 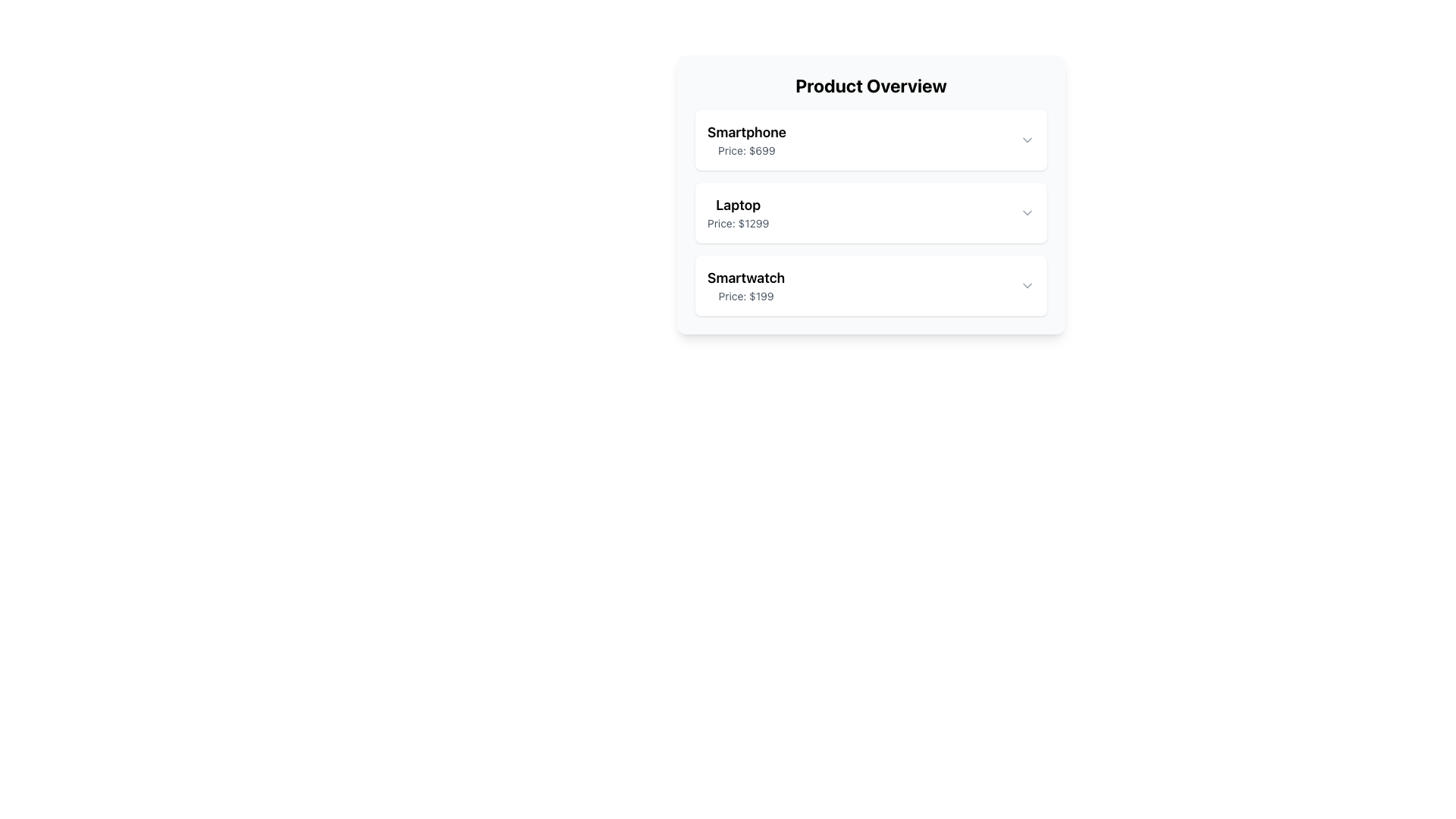 What do you see at coordinates (871, 213) in the screenshot?
I see `on the product detail display for the 'Laptop' priced at '$1299', which is the second item in the product listing interface` at bounding box center [871, 213].